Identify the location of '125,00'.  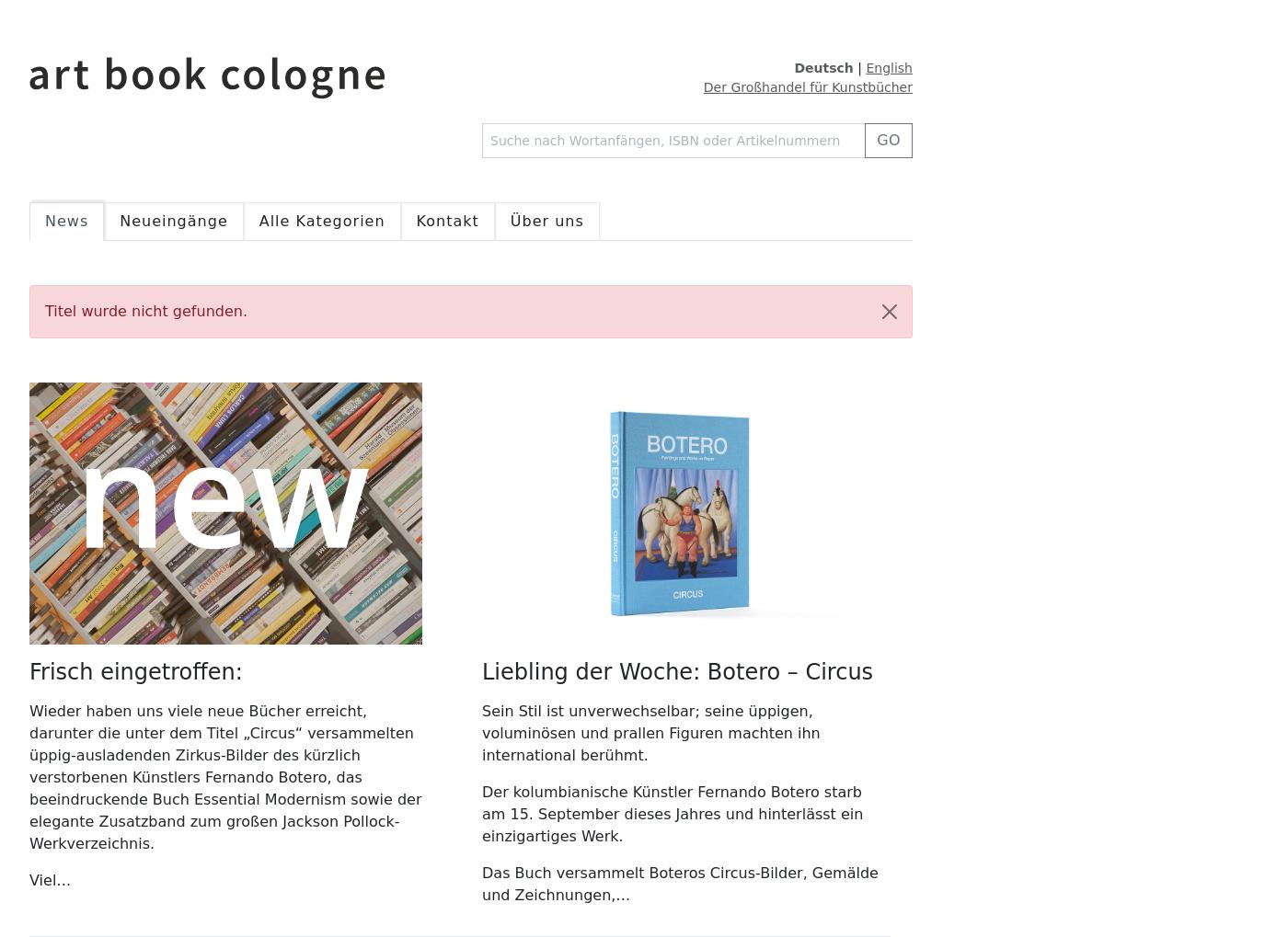
(507, 19).